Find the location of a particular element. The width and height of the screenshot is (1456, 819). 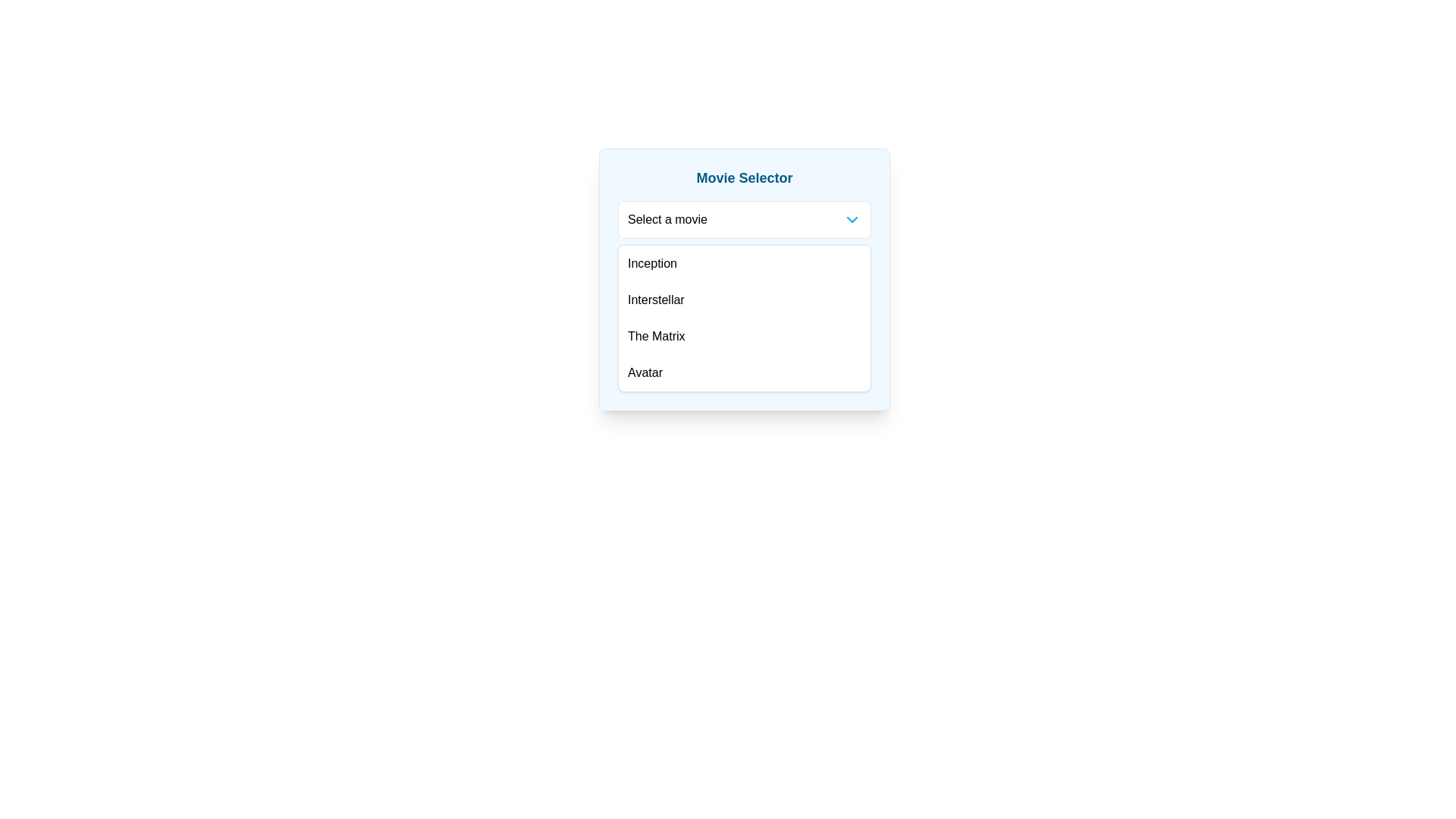

the dropdown menu labeled 'Select a movie' is located at coordinates (745, 219).